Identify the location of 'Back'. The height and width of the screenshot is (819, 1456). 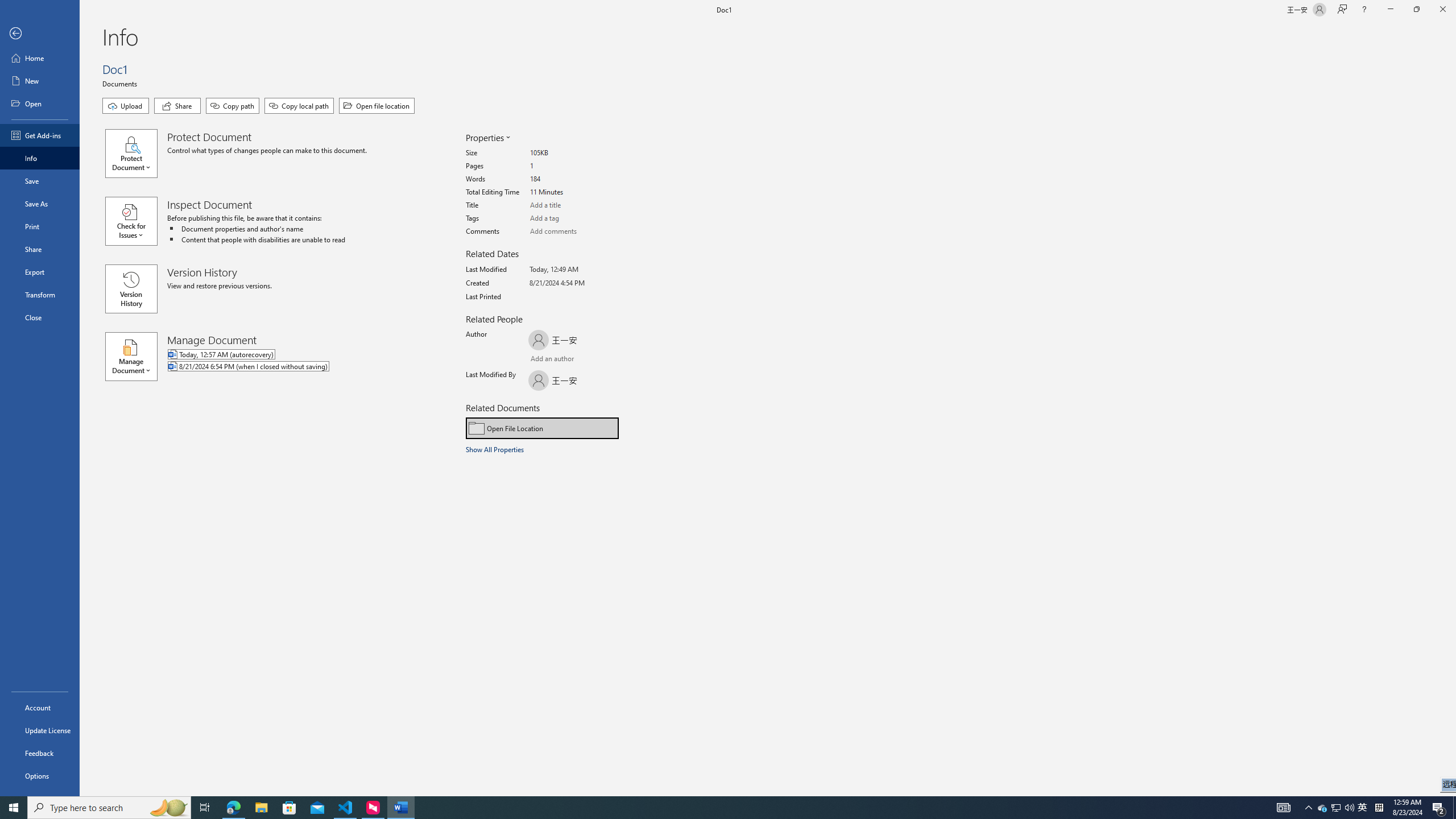
(39, 33).